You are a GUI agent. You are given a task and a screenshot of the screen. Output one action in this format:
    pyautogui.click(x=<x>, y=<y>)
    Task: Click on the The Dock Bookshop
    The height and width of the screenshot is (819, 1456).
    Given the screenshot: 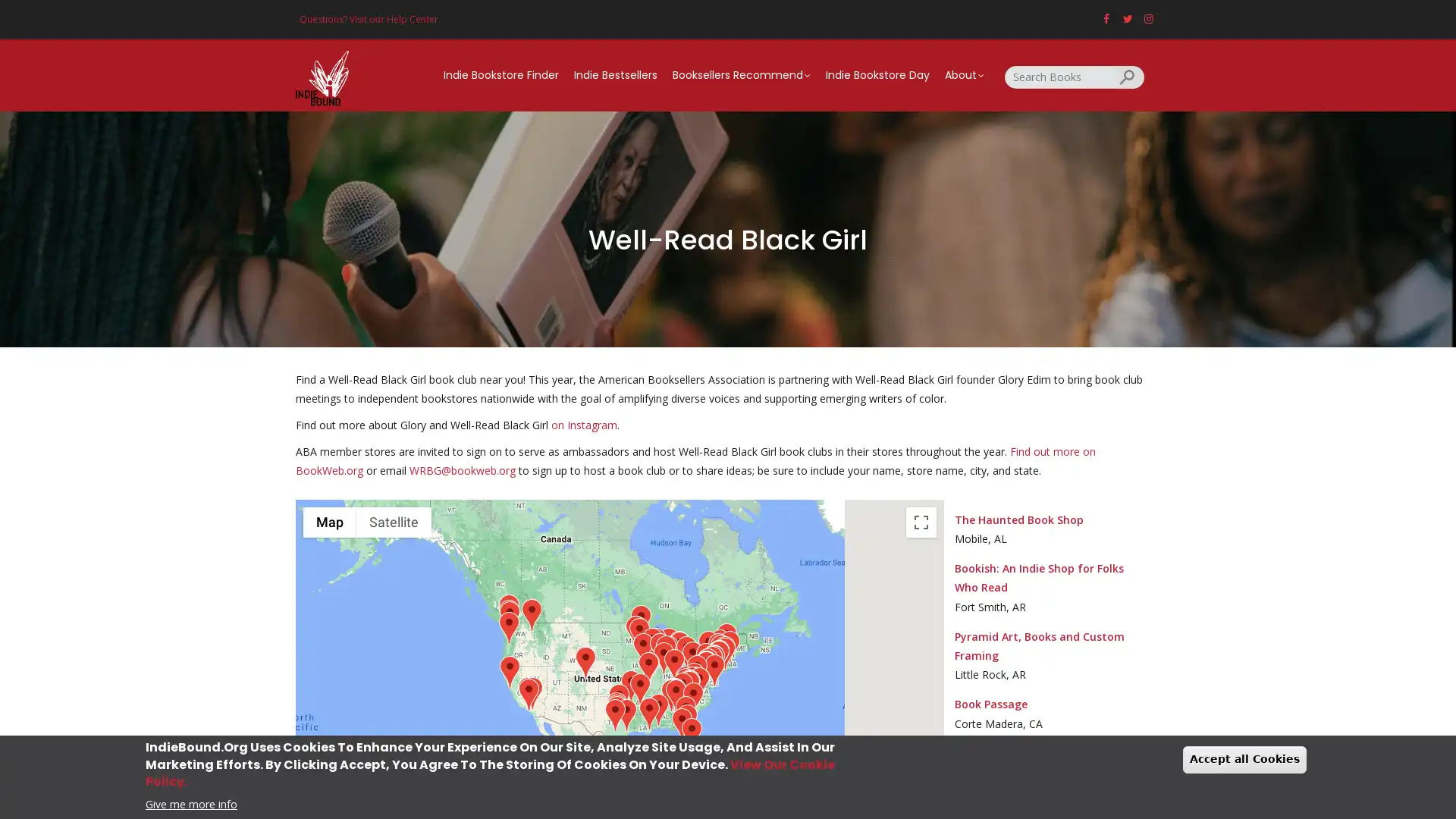 What is the action you would take?
    pyautogui.click(x=618, y=699)
    